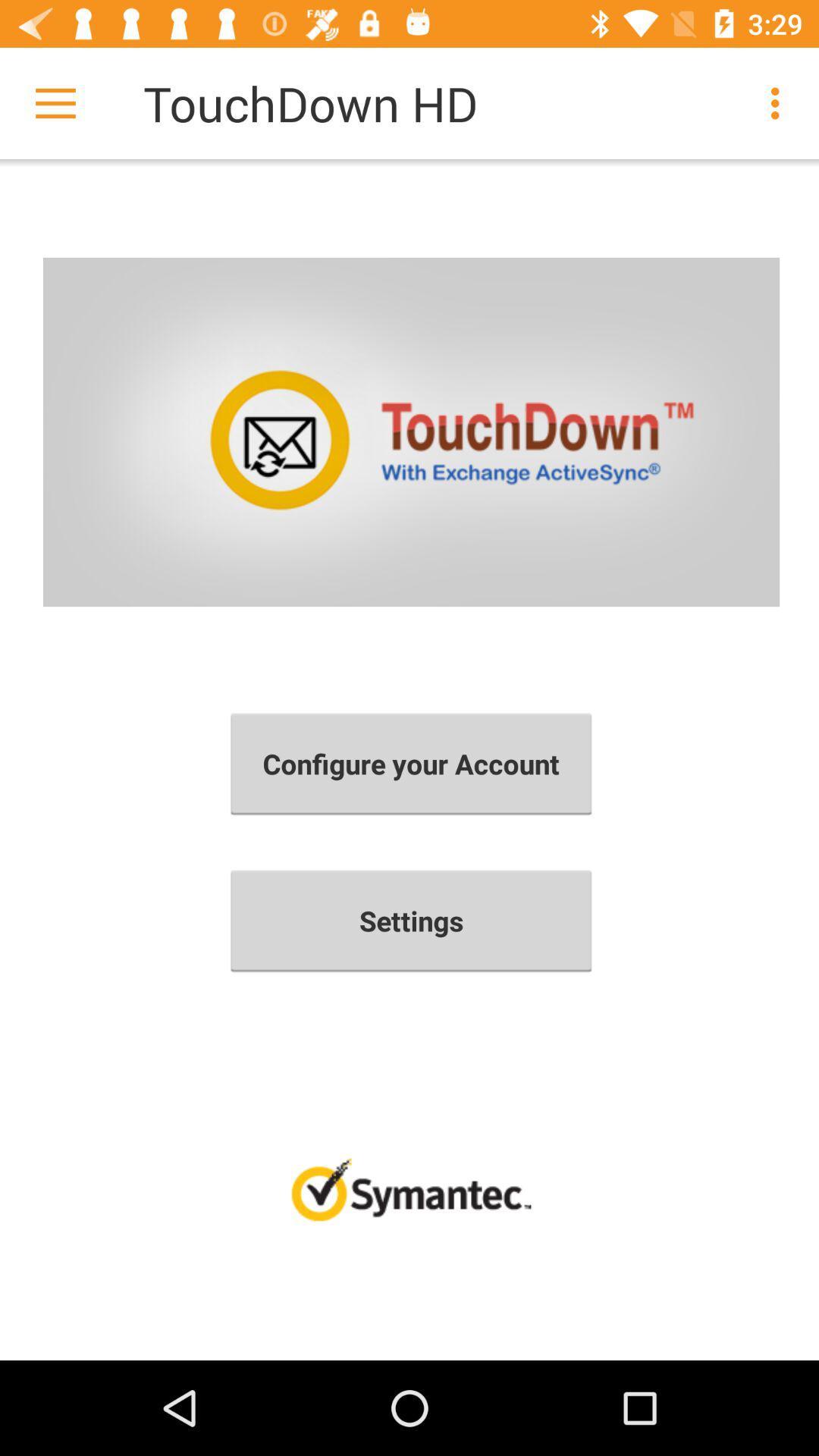  Describe the element at coordinates (779, 102) in the screenshot. I see `item to the right of the touchdown hd item` at that location.